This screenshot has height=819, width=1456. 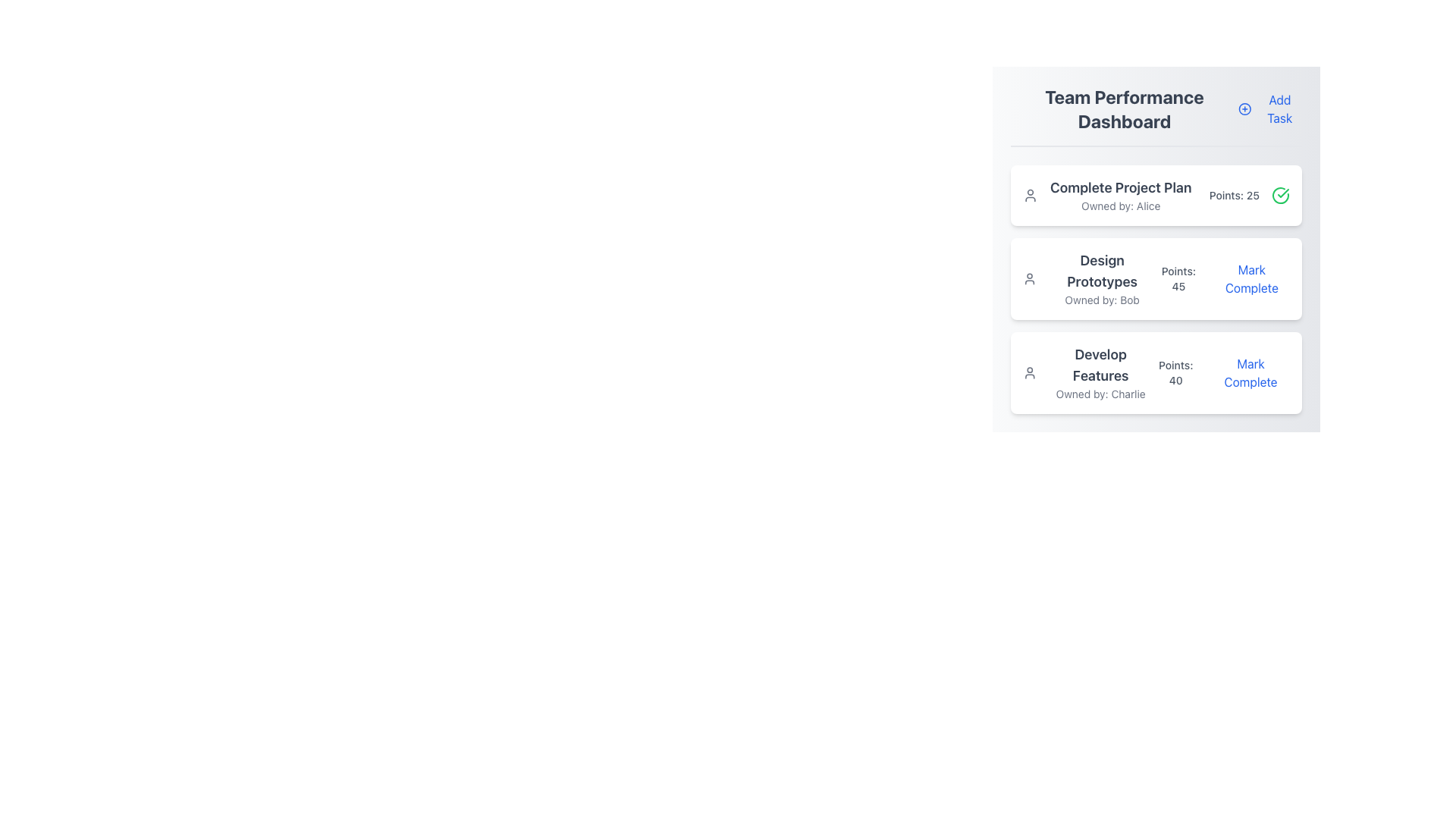 I want to click on bold header text displaying 'Team Performance Dashboard' located at the top of the content area, which is centered and positioned above the task list, so click(x=1125, y=108).